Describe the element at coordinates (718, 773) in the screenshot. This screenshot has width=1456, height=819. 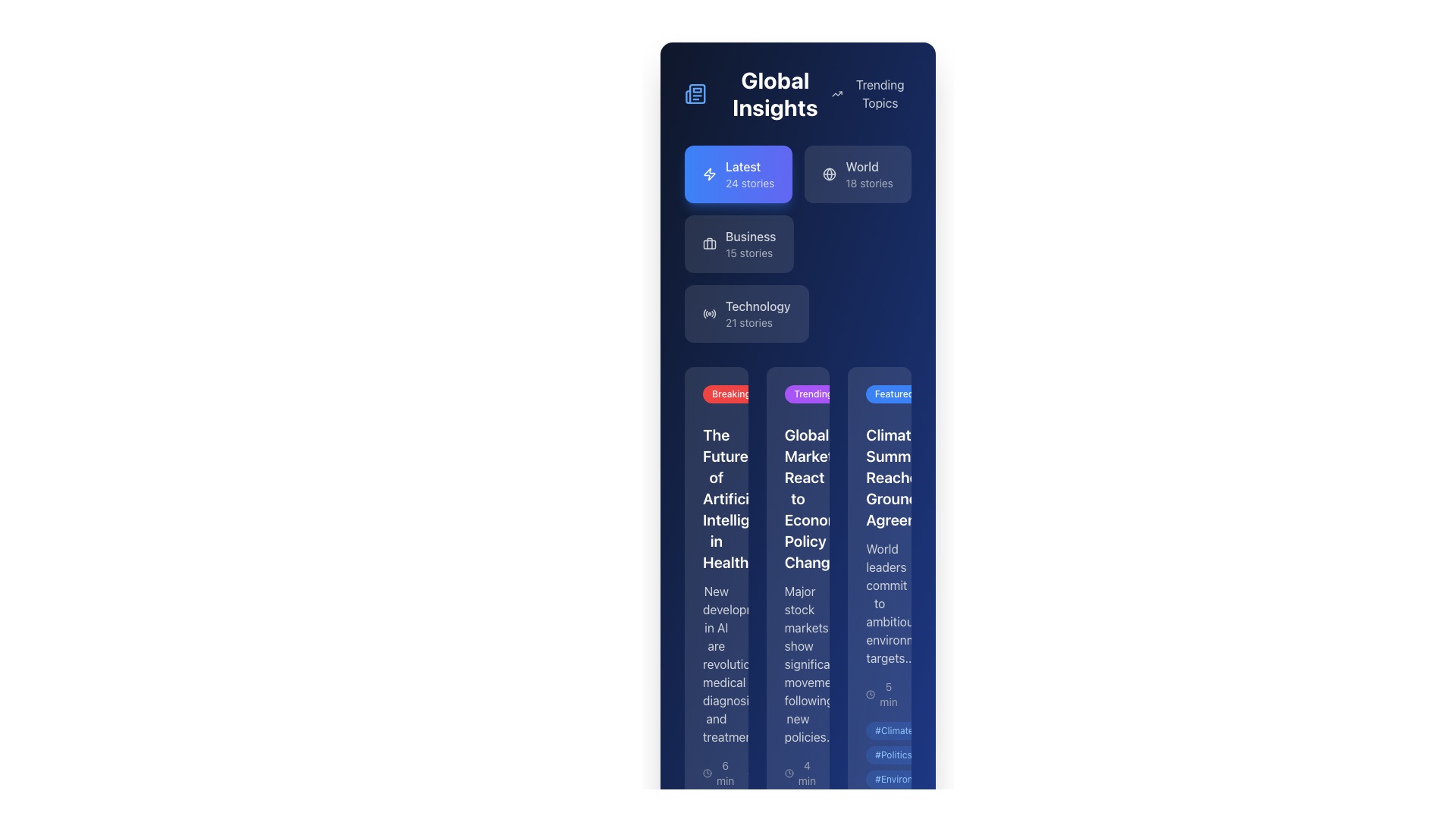
I see `the content of the Label with a clock icon displaying '6 min', located in the bottom-left corner of the first column of vertically stacked content blocks` at that location.